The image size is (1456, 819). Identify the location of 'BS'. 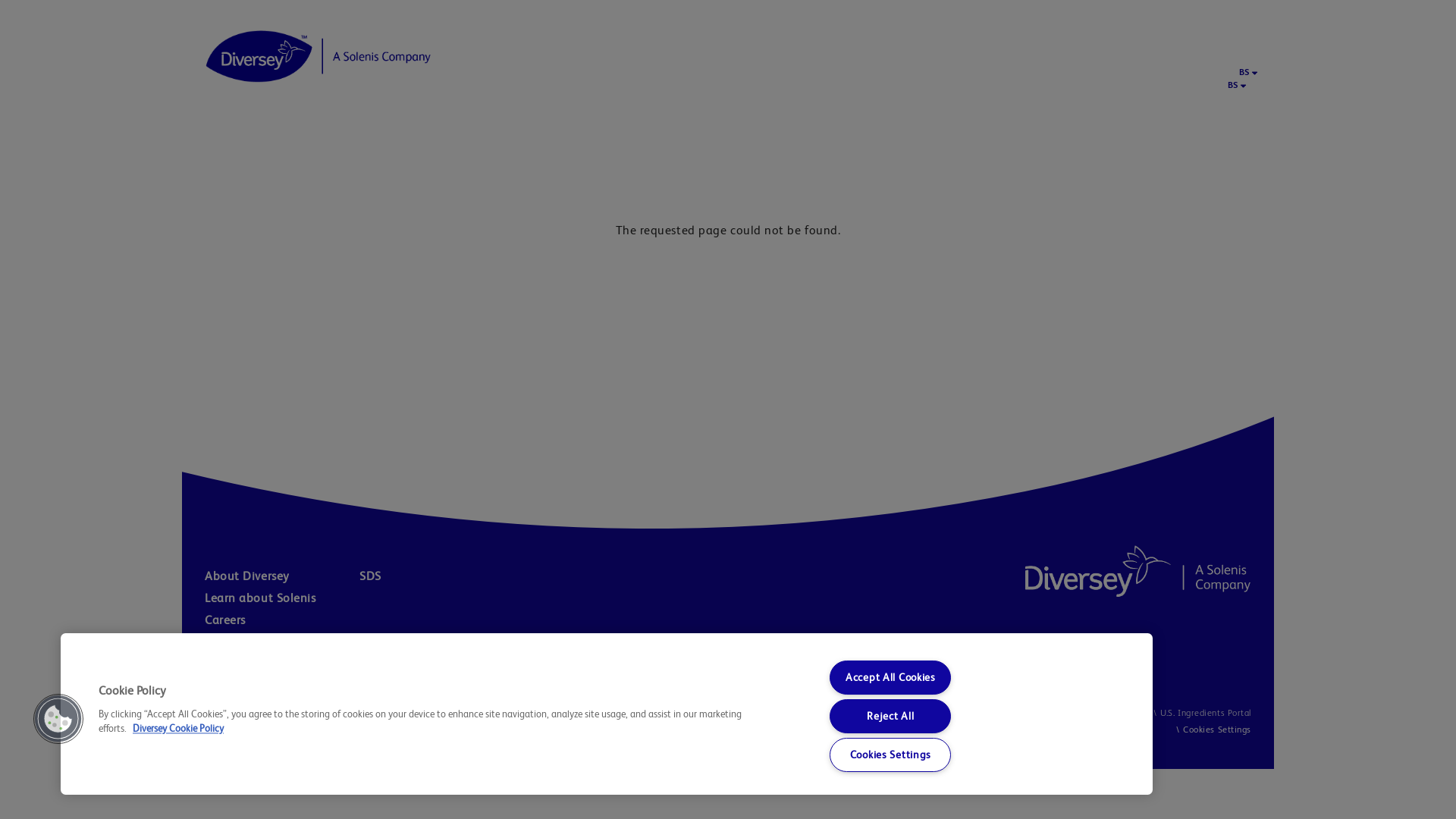
(1244, 72).